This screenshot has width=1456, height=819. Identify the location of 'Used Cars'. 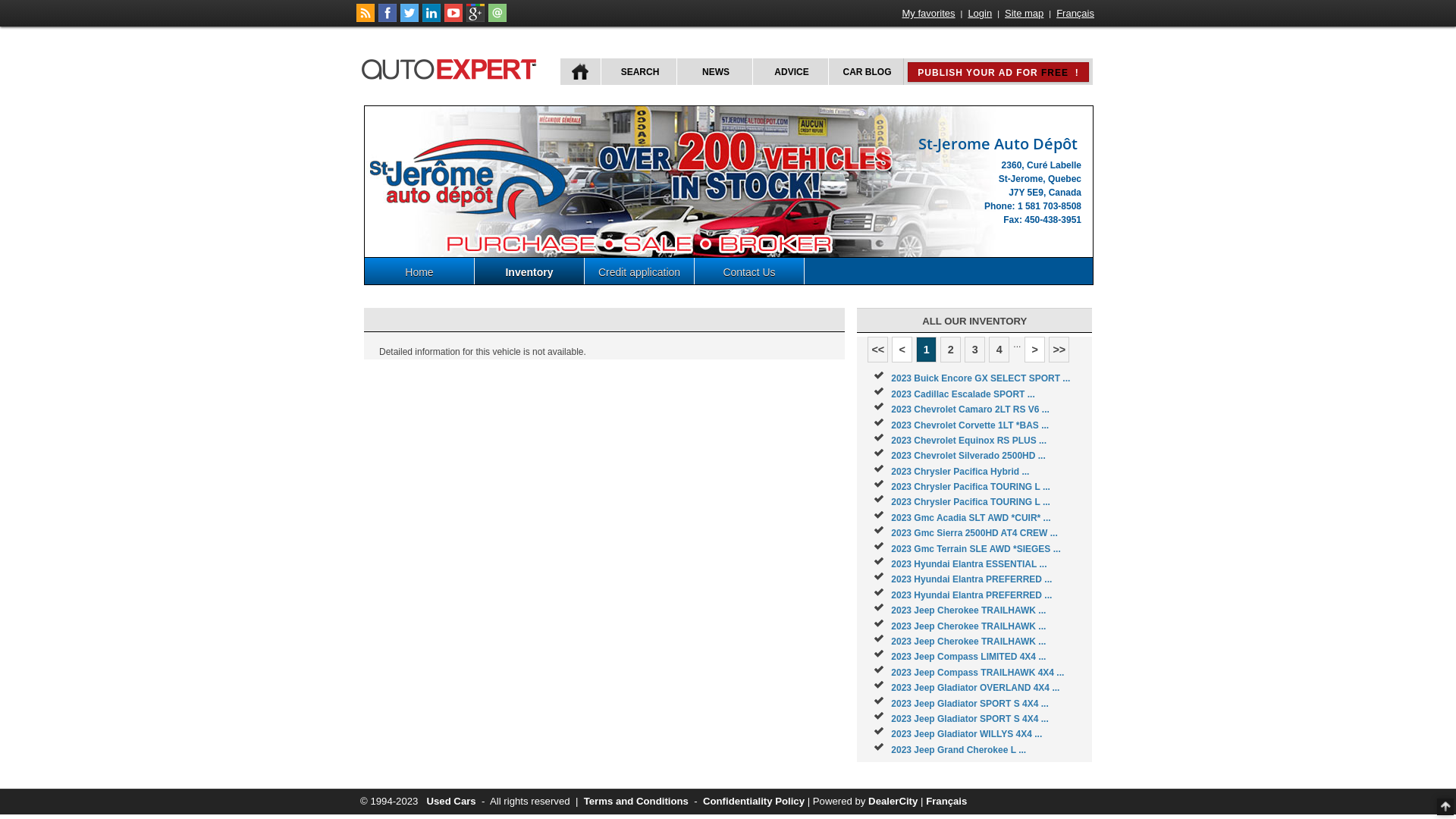
(450, 800).